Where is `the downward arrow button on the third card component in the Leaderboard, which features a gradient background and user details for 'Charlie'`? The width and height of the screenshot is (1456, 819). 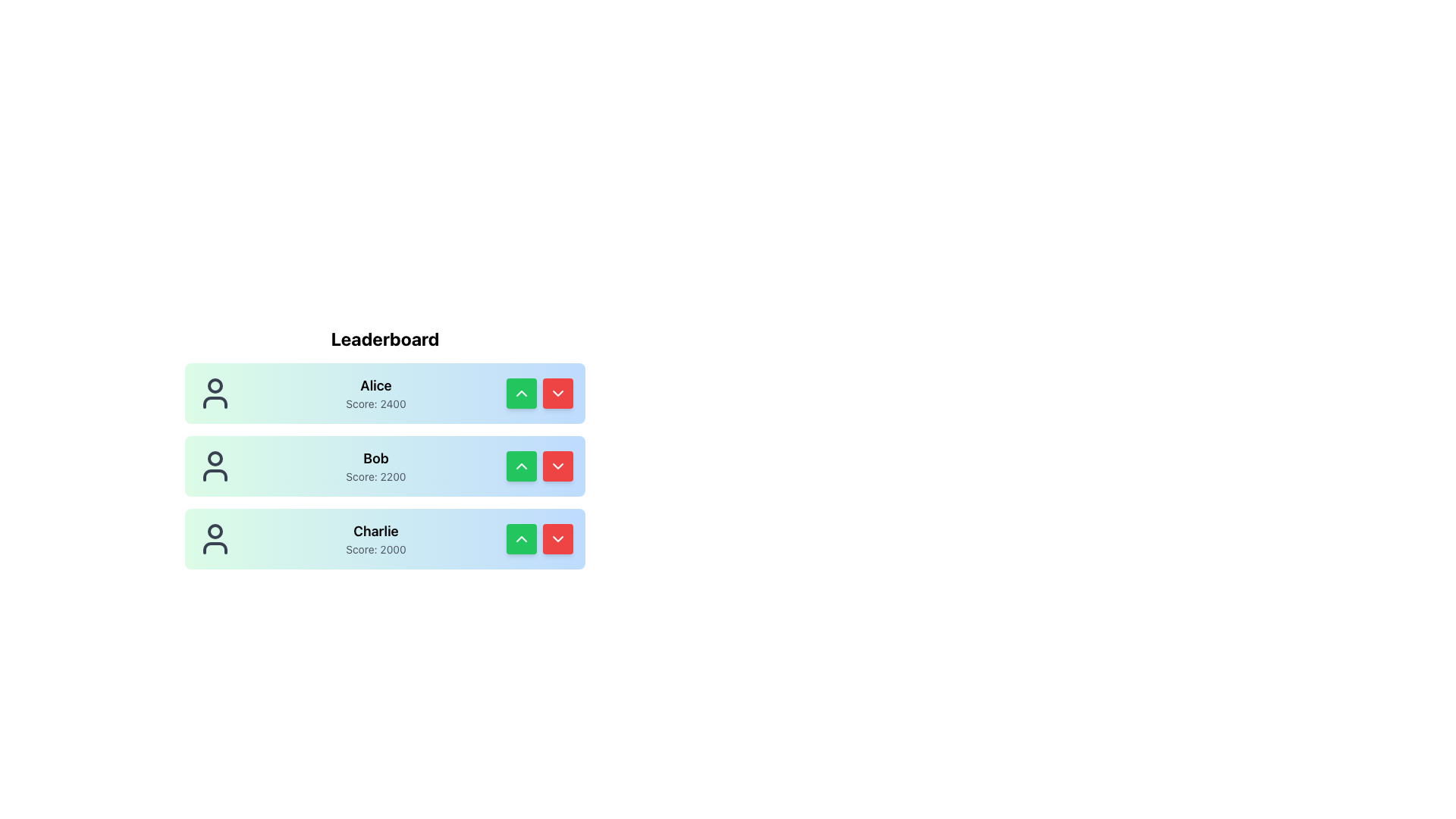
the downward arrow button on the third card component in the Leaderboard, which features a gradient background and user details for 'Charlie' is located at coordinates (385, 538).